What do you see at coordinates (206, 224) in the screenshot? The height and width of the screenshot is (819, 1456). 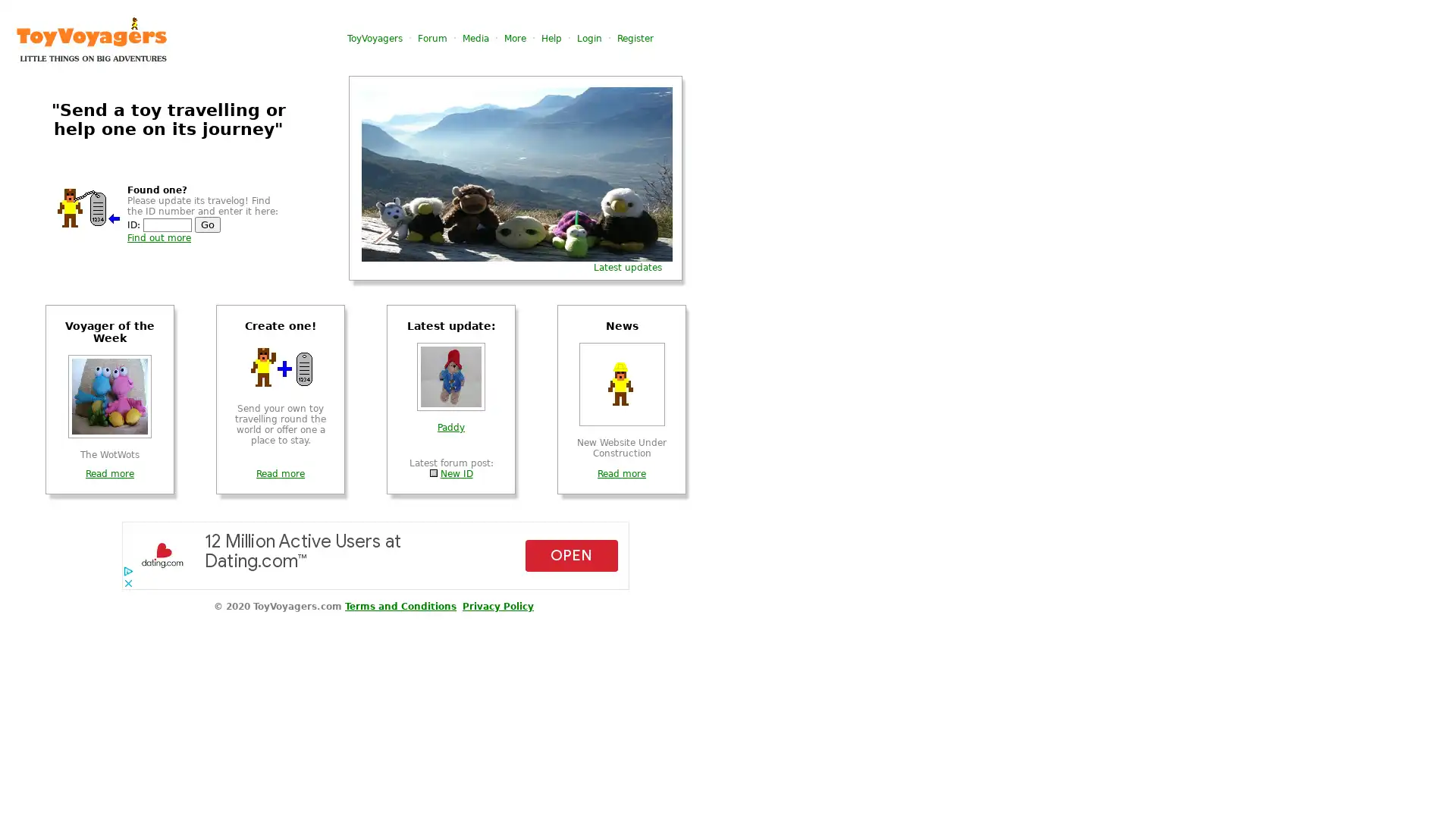 I see `Go` at bounding box center [206, 224].